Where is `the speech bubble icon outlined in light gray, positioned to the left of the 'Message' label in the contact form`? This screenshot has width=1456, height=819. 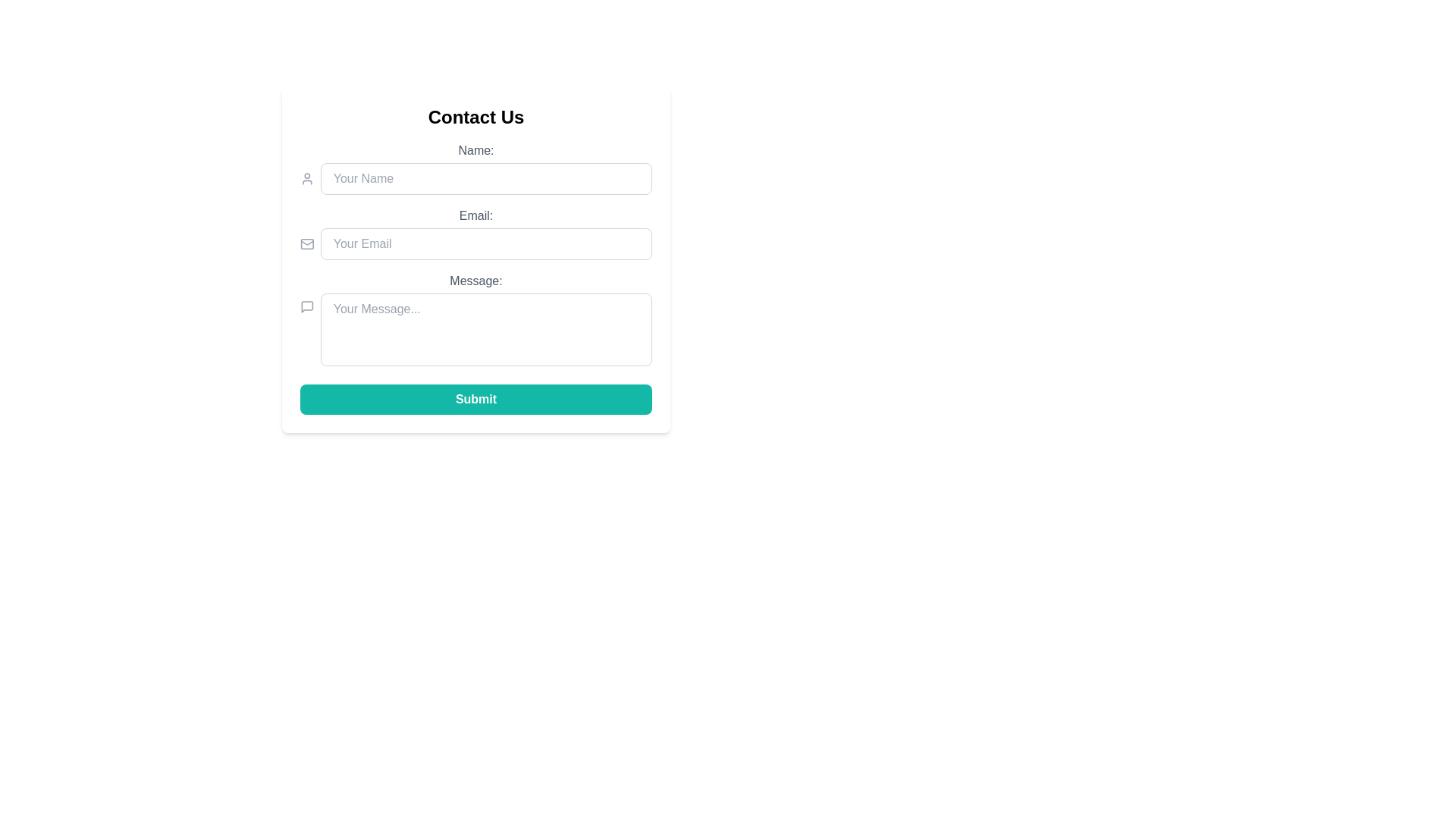 the speech bubble icon outlined in light gray, positioned to the left of the 'Message' label in the contact form is located at coordinates (306, 307).